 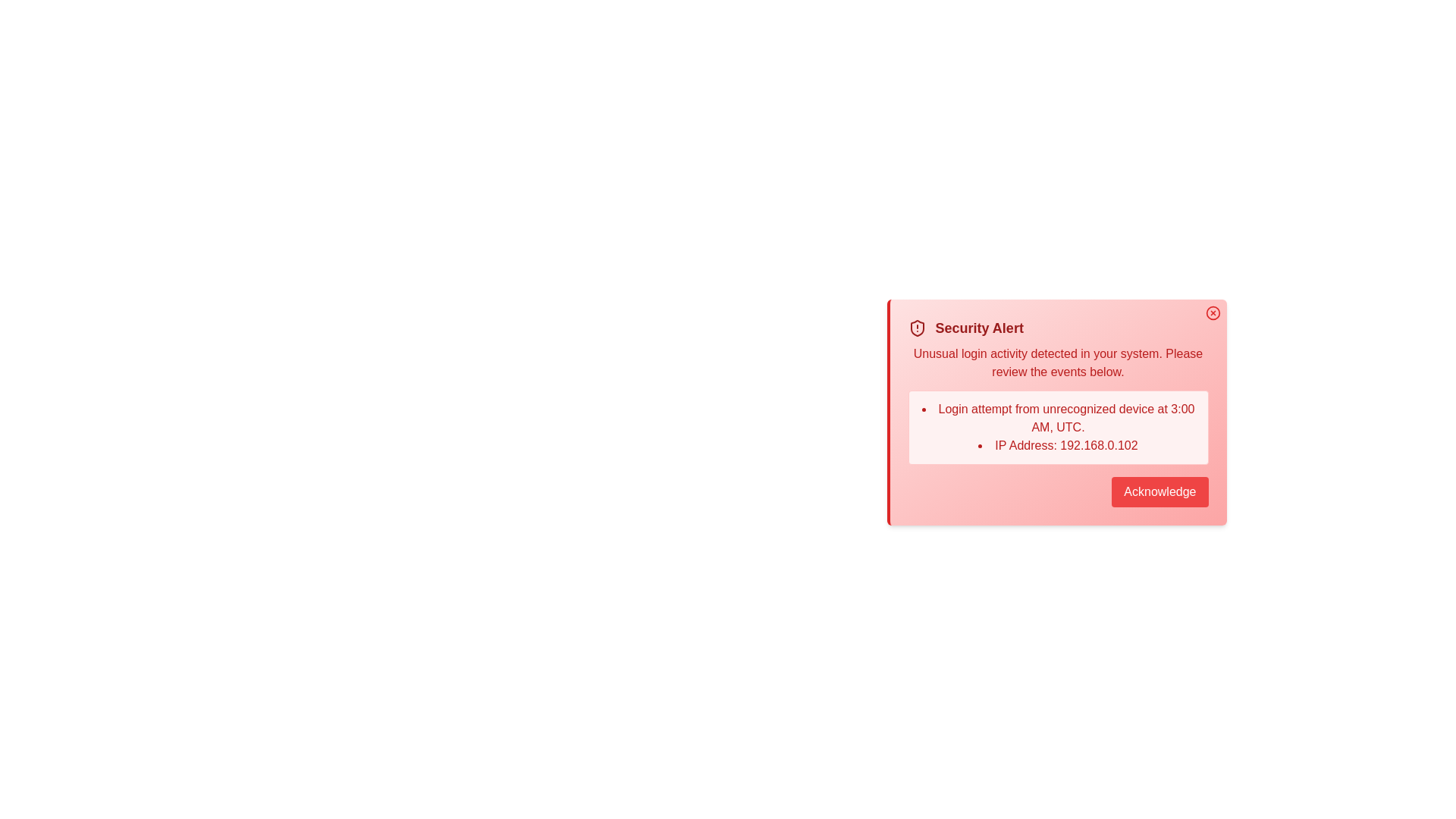 What do you see at coordinates (1159, 491) in the screenshot?
I see `'Acknowledge' button to acknowledge the alert` at bounding box center [1159, 491].